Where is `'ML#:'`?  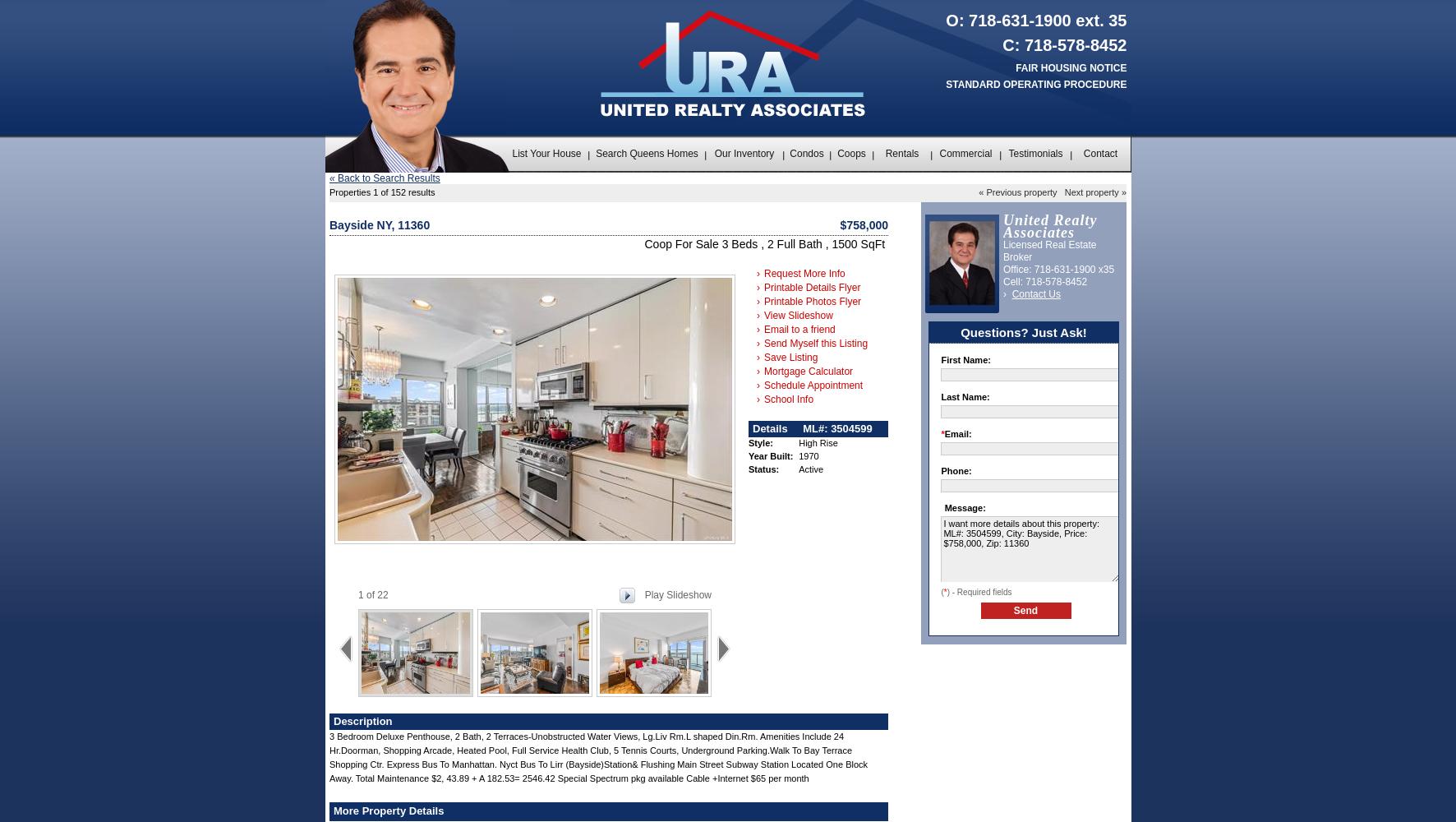
'ML#:' is located at coordinates (815, 428).